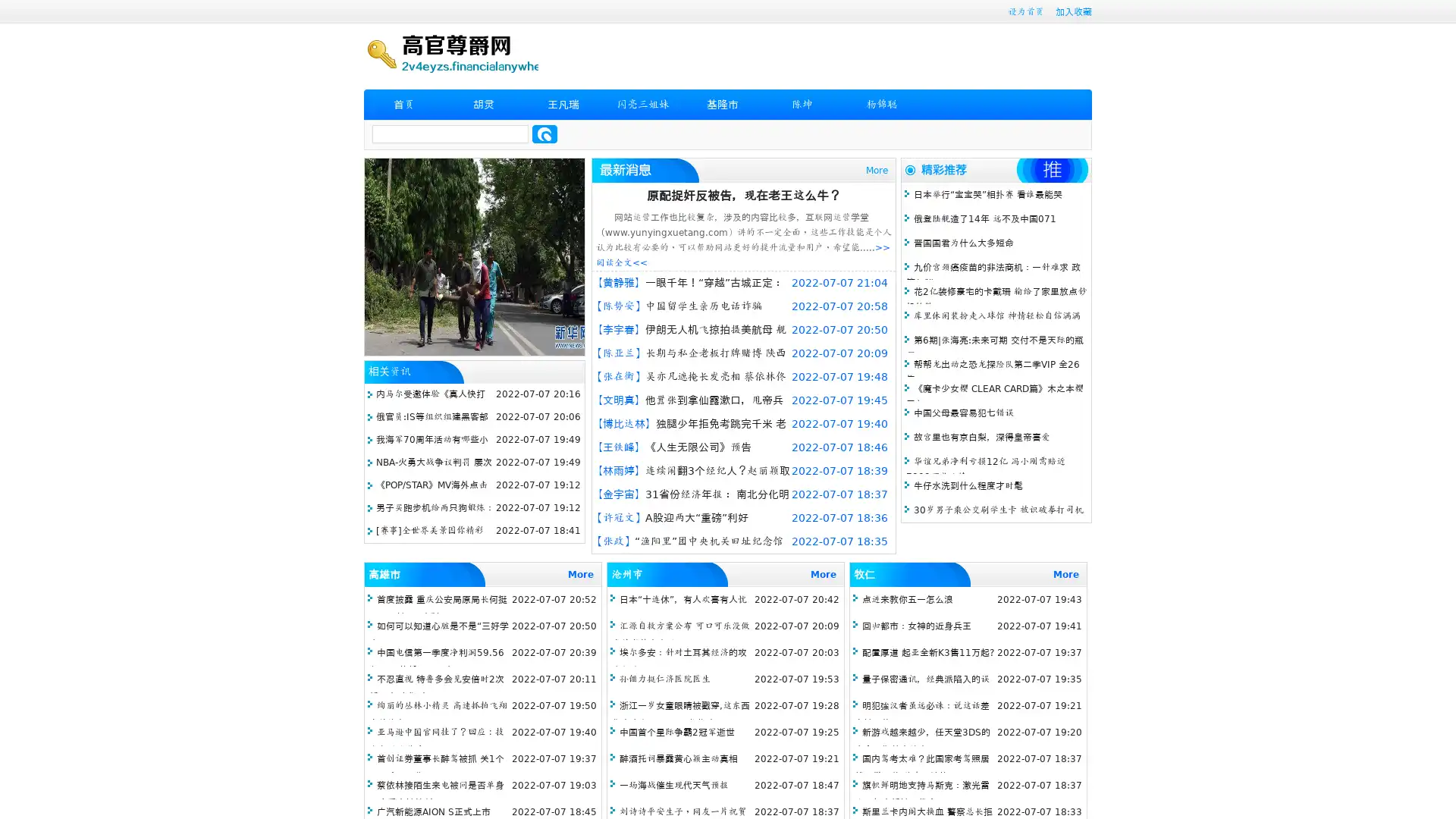  What do you see at coordinates (544, 133) in the screenshot?
I see `Search` at bounding box center [544, 133].